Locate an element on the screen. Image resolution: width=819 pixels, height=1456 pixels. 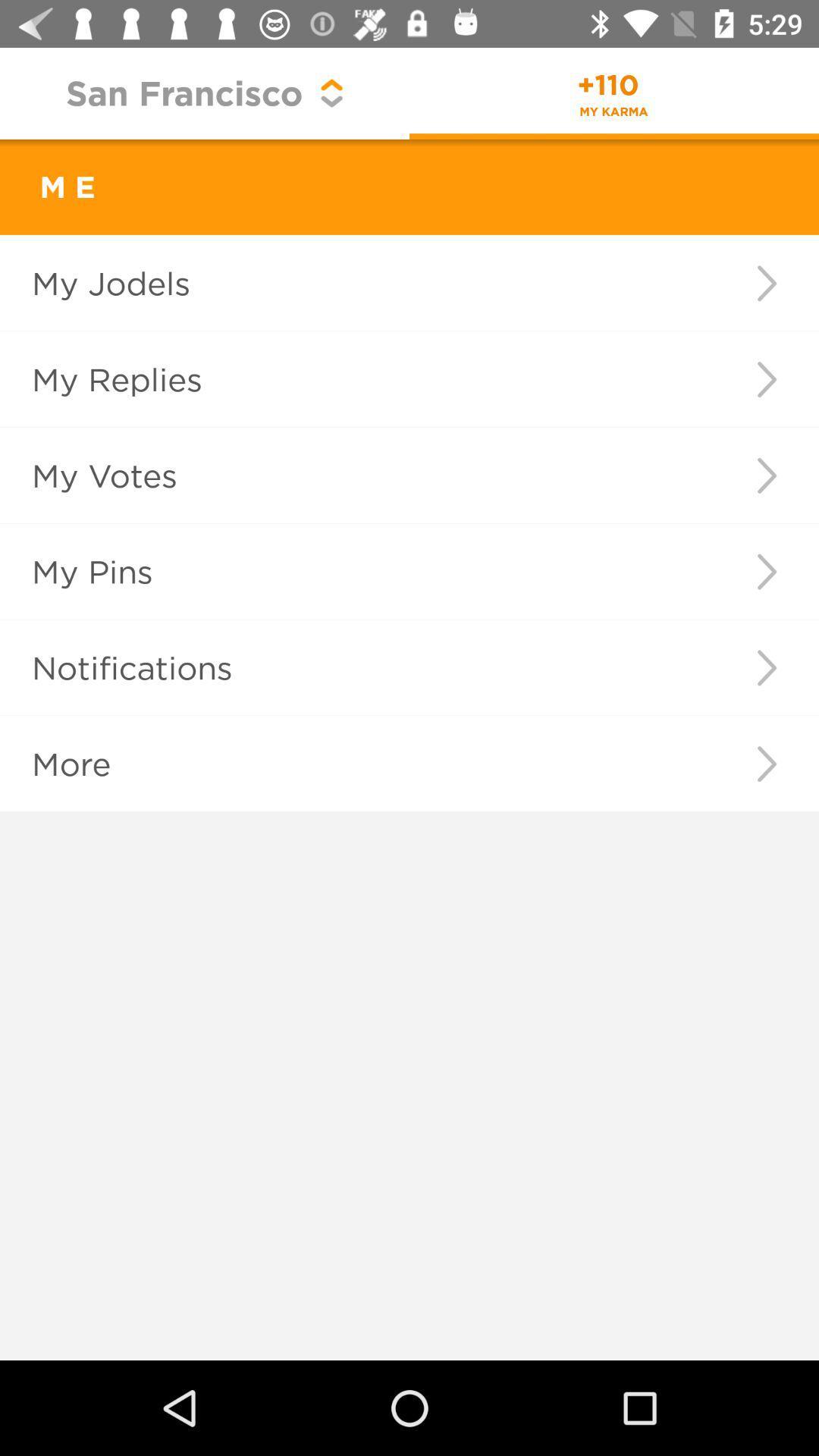
my votes icon is located at coordinates (351, 475).